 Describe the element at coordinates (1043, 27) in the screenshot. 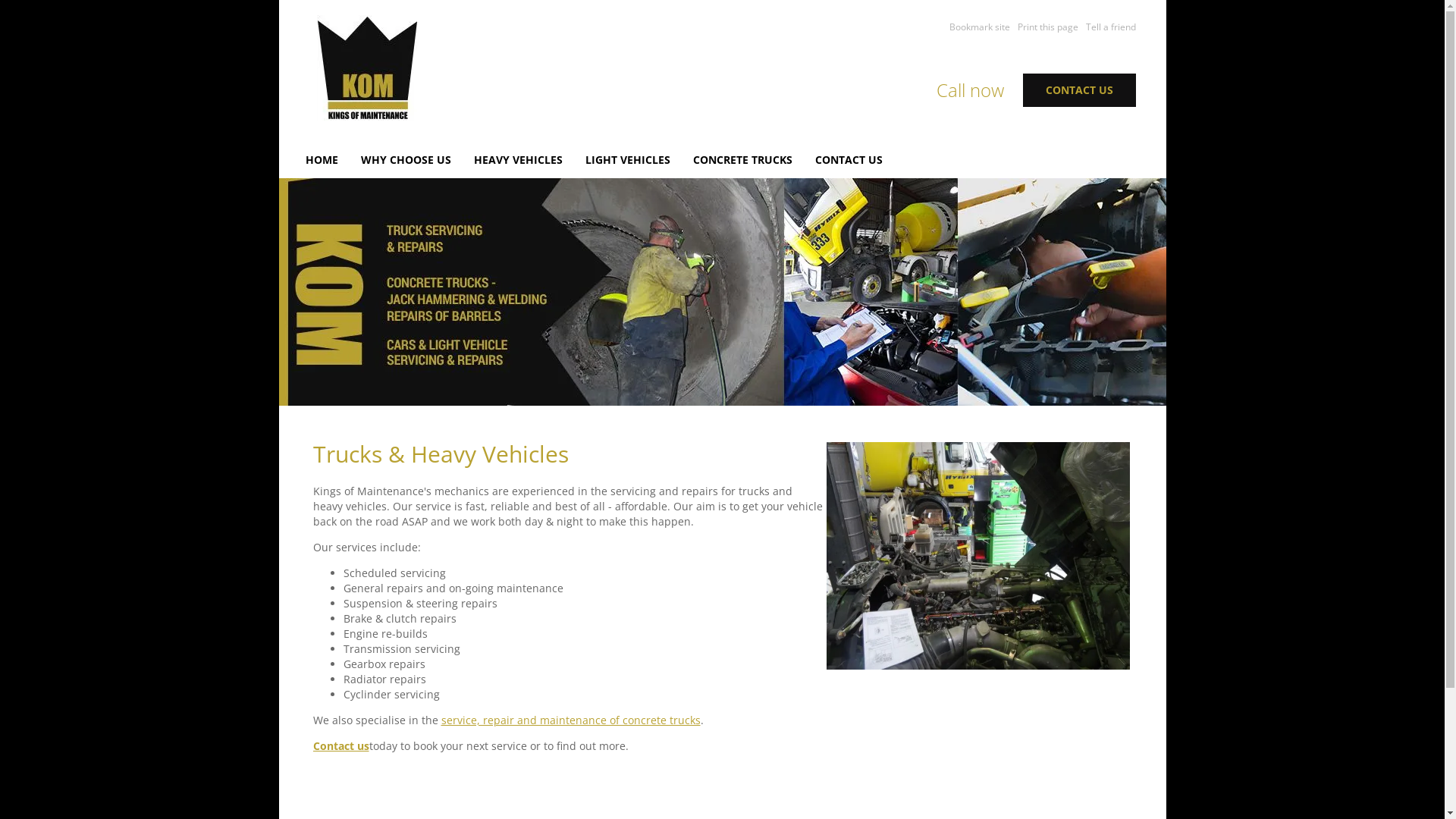

I see `'Print this page'` at that location.